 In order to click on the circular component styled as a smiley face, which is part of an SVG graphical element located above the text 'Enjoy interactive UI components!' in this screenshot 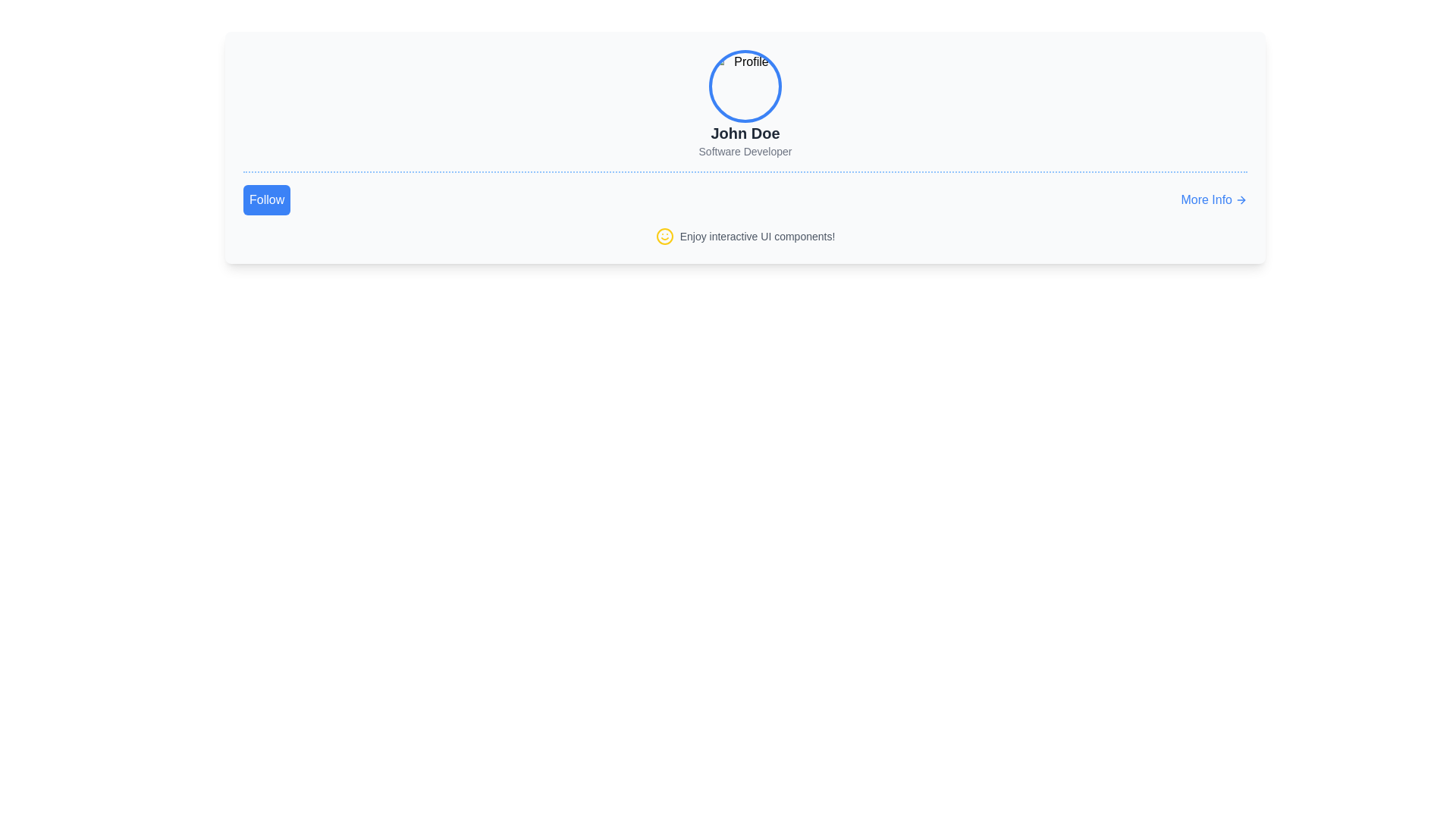, I will do `click(664, 237)`.